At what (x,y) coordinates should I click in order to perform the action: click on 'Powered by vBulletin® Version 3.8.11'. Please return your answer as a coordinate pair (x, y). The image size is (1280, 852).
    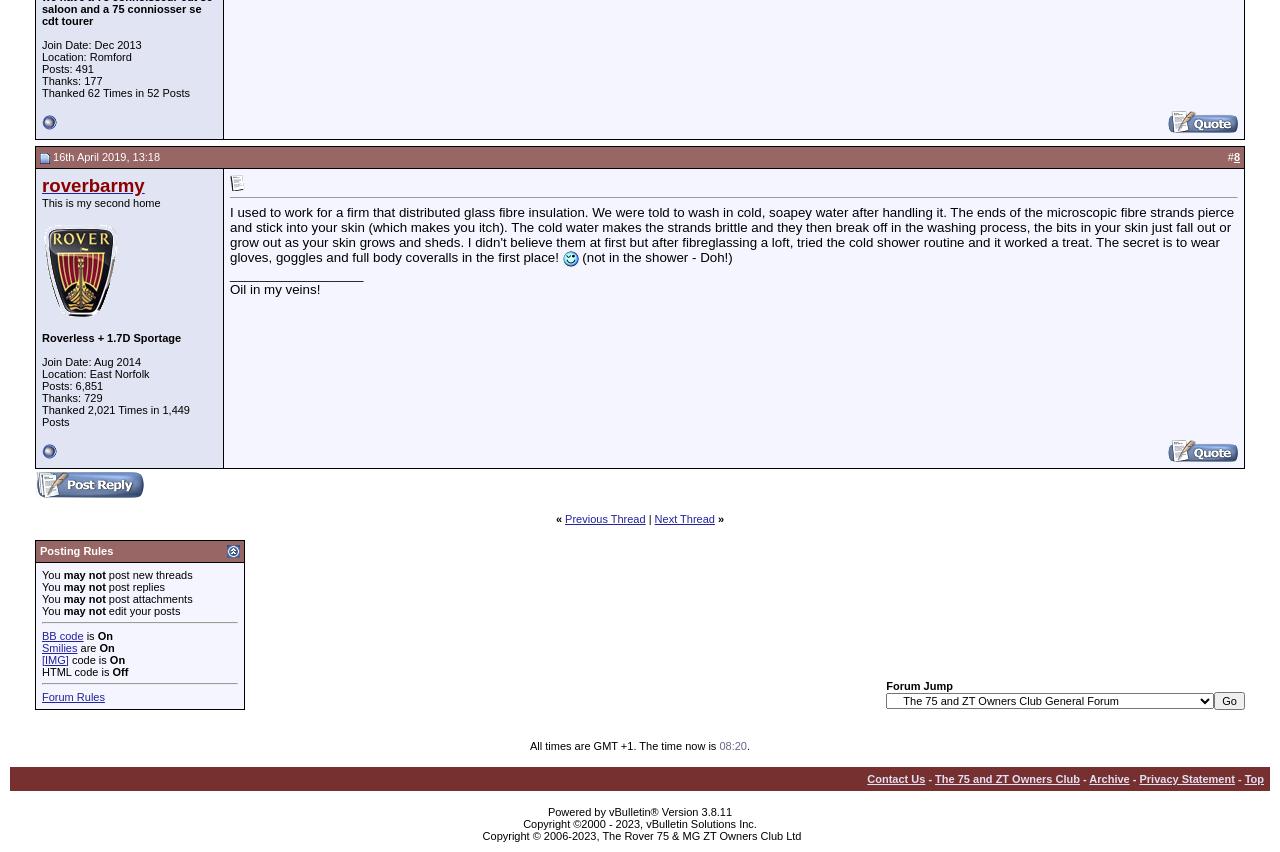
    Looking at the image, I should click on (638, 810).